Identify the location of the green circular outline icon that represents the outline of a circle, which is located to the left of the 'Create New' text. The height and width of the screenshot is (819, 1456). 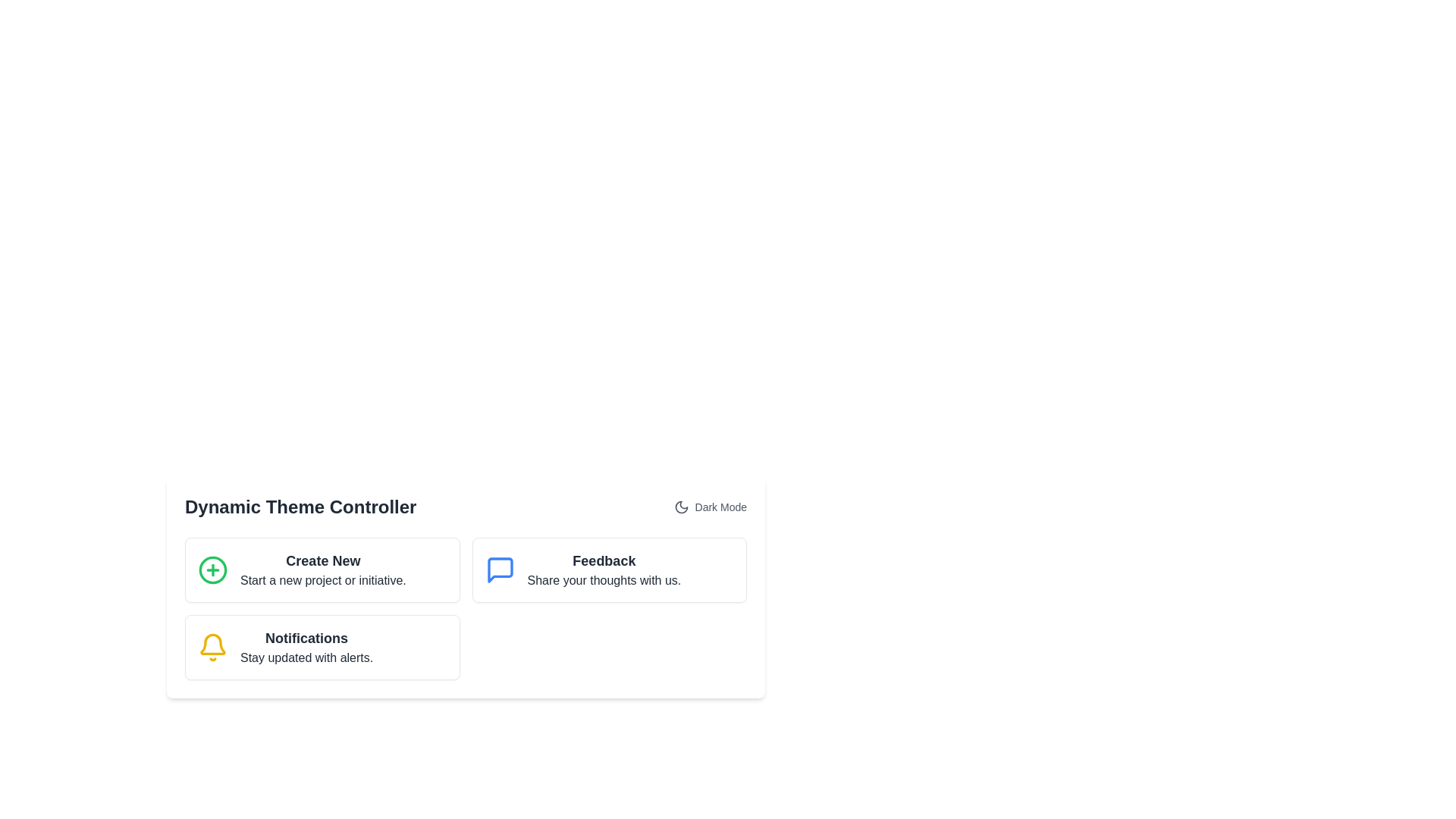
(212, 570).